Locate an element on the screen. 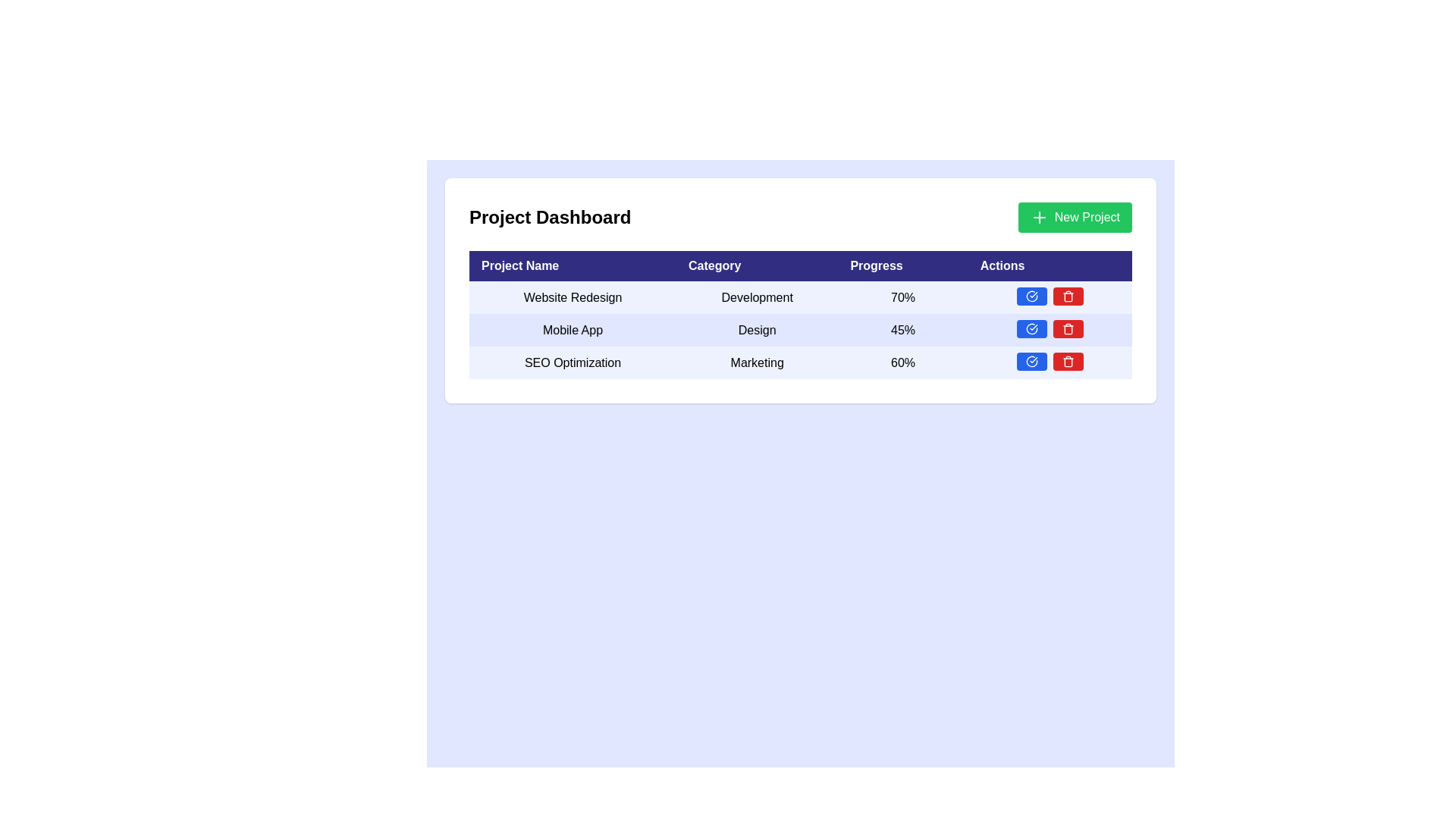 Image resolution: width=1456 pixels, height=819 pixels. the progress percentage text in the 'Progress' column of the table, which indicates the completion status of the project is located at coordinates (902, 329).